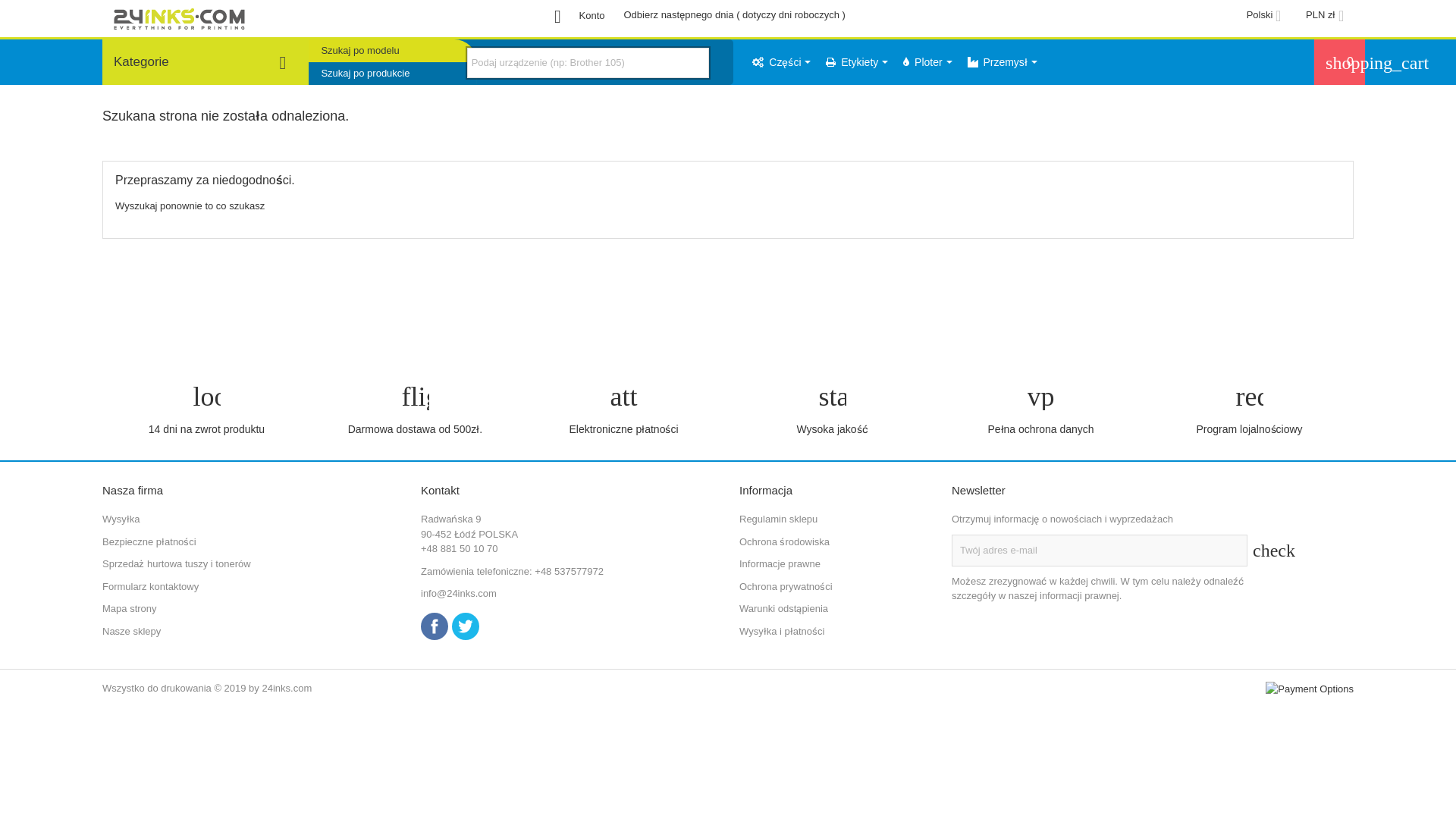 This screenshot has height=819, width=1456. What do you see at coordinates (130, 607) in the screenshot?
I see `'Mapa strony'` at bounding box center [130, 607].